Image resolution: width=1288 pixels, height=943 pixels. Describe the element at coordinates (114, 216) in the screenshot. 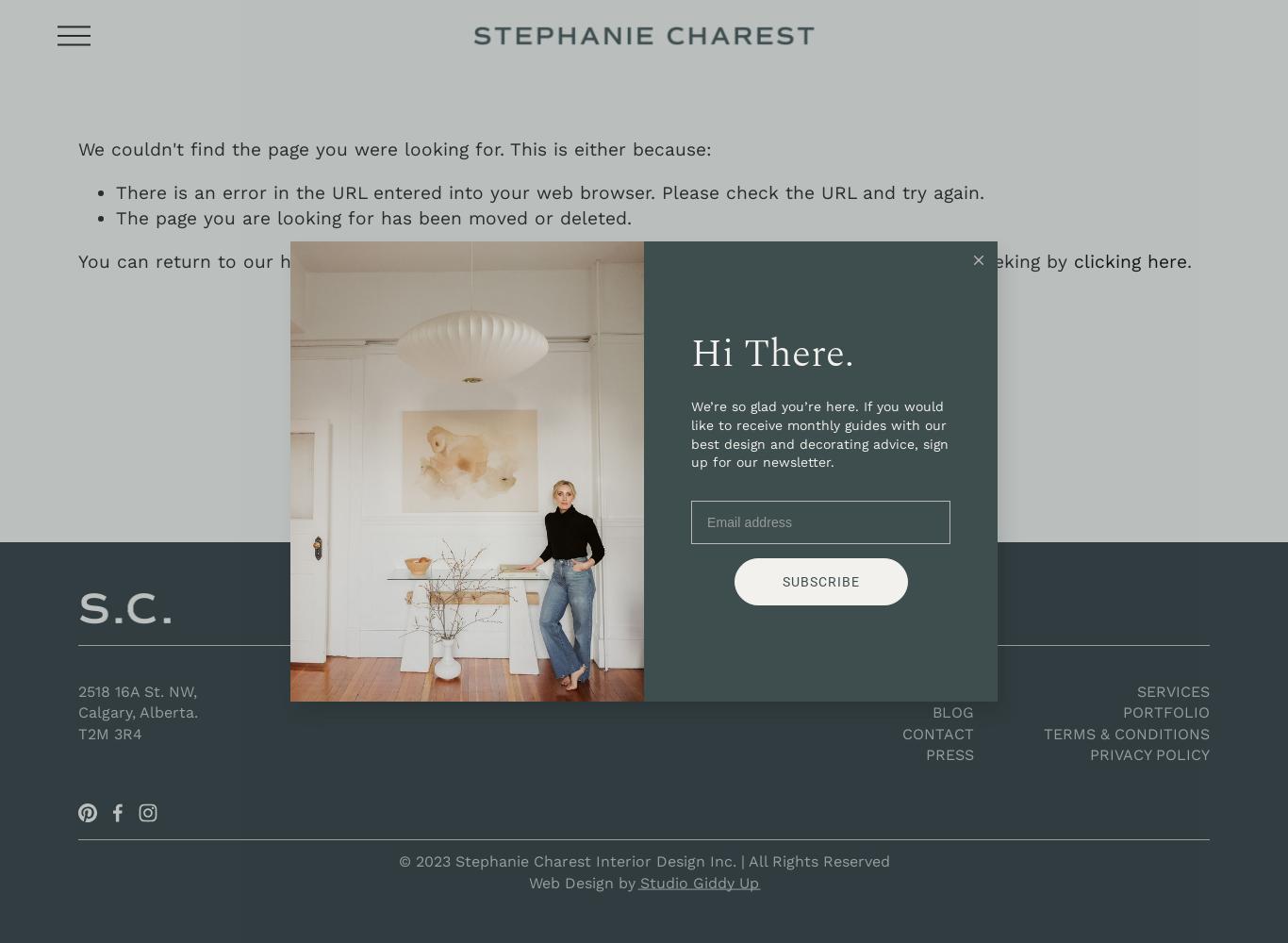

I see `'The page you are looking for has been moved or deleted.'` at that location.